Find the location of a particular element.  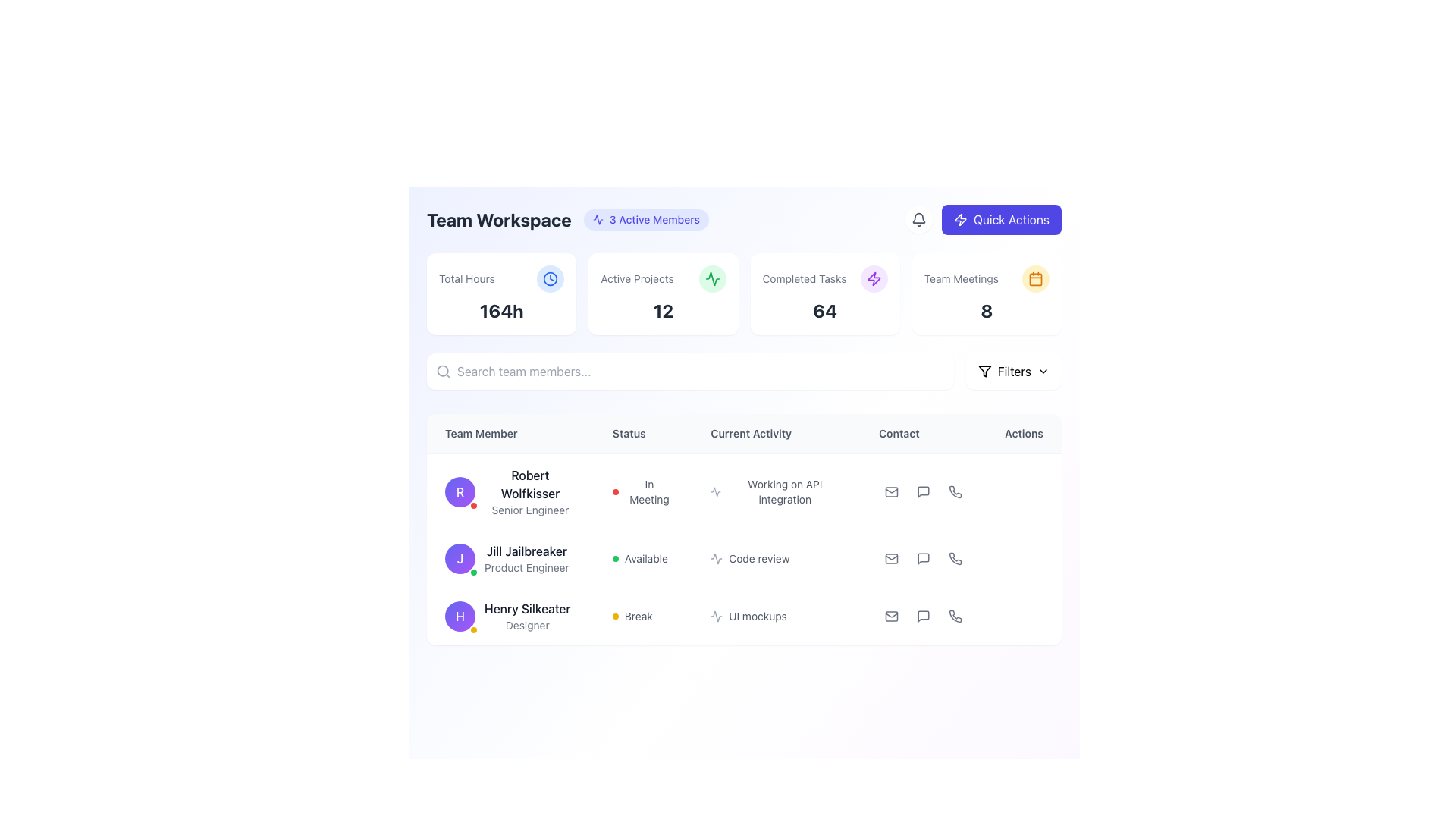

the speech bubble icon in light gray, located centrally between the mail envelope and telephone receiver icons under the 'Actions' column for the second user, Jill Jailbreaker is located at coordinates (923, 558).